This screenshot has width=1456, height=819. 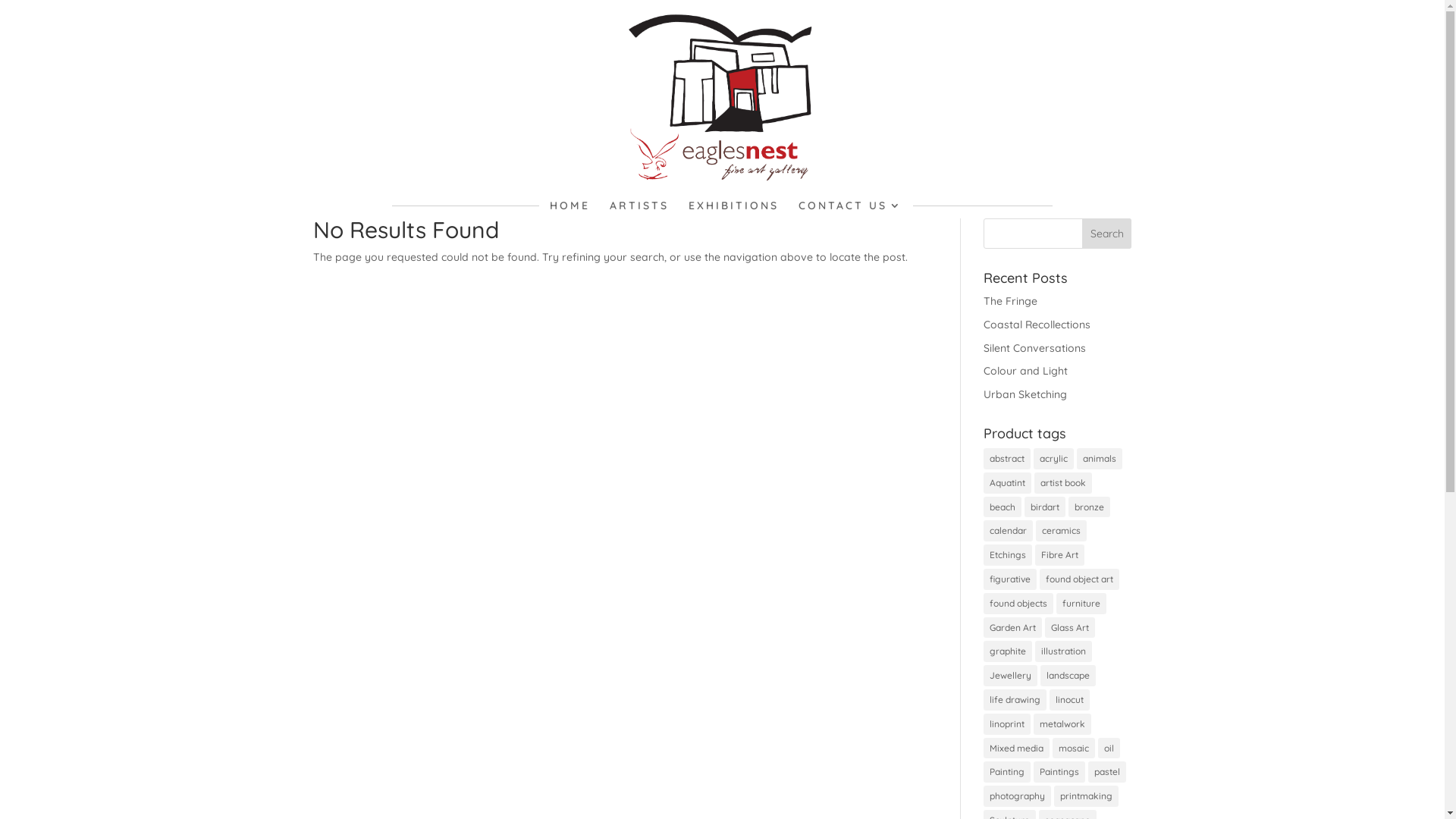 I want to click on 'Painting', so click(x=1007, y=772).